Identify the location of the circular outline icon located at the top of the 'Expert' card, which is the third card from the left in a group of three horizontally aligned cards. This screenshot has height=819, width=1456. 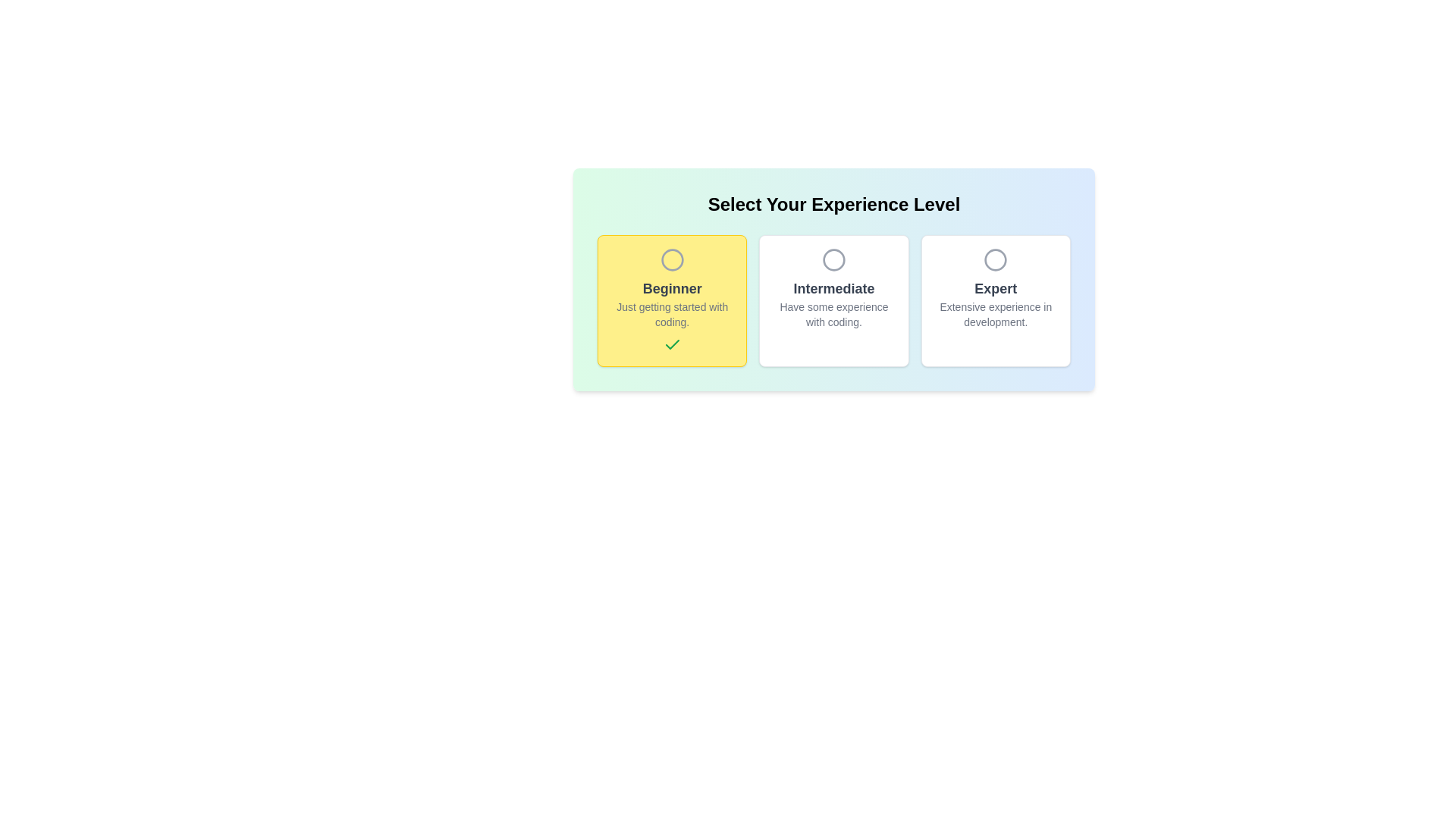
(996, 259).